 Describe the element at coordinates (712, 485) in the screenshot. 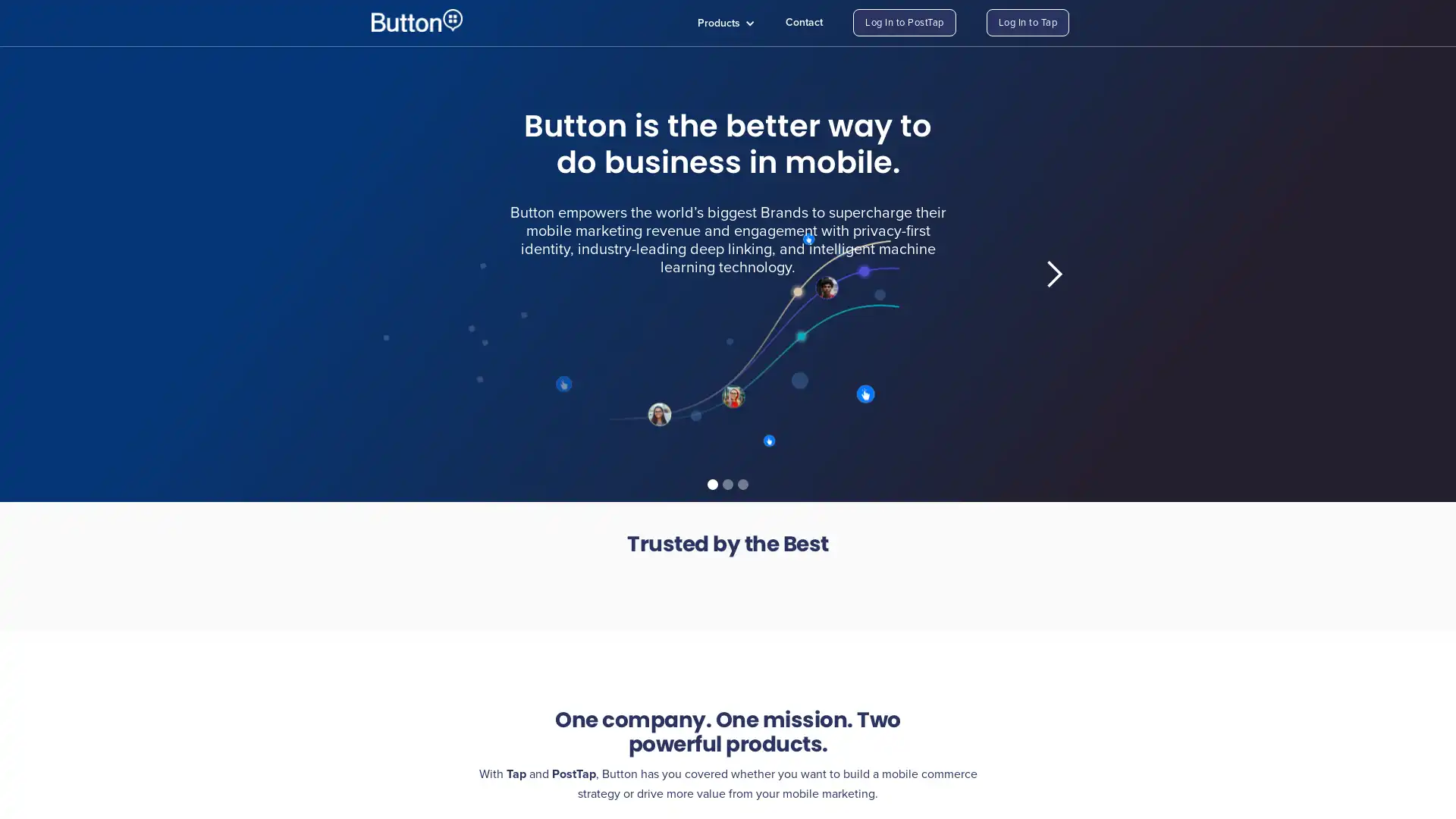

I see `Show slide 1 of 3` at that location.